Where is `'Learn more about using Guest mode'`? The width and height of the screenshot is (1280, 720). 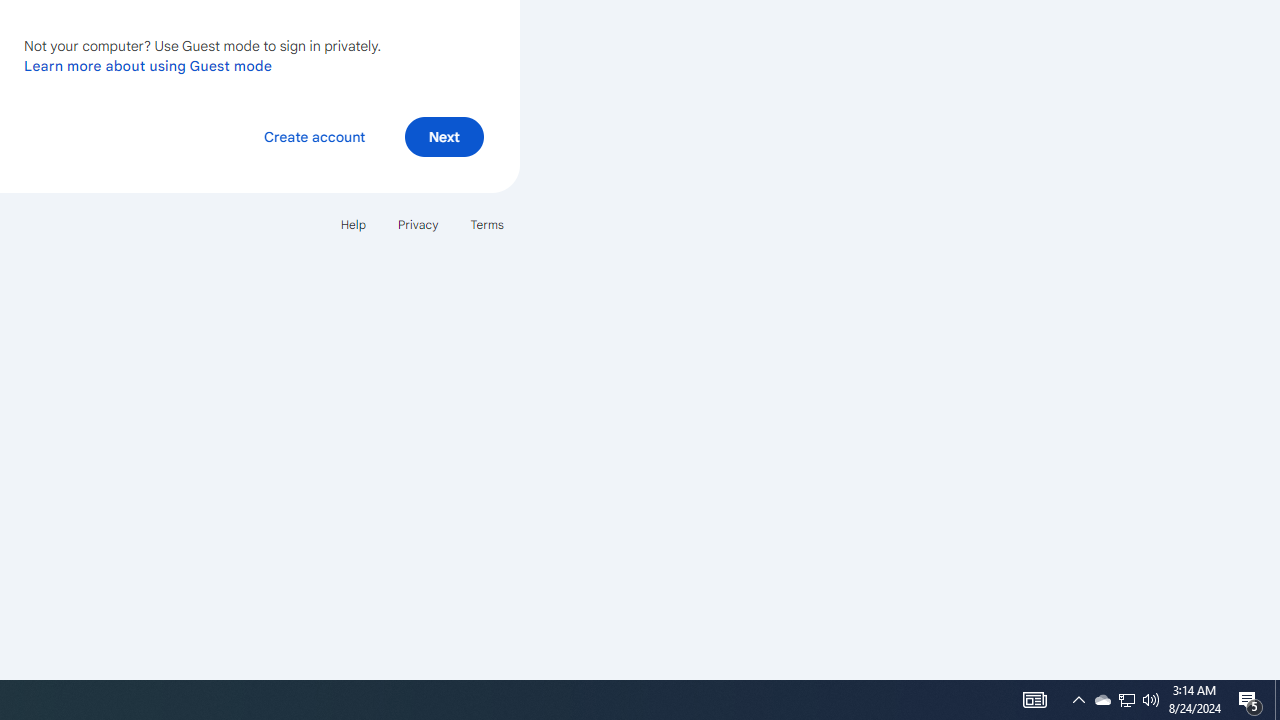
'Learn more about using Guest mode' is located at coordinates (147, 64).